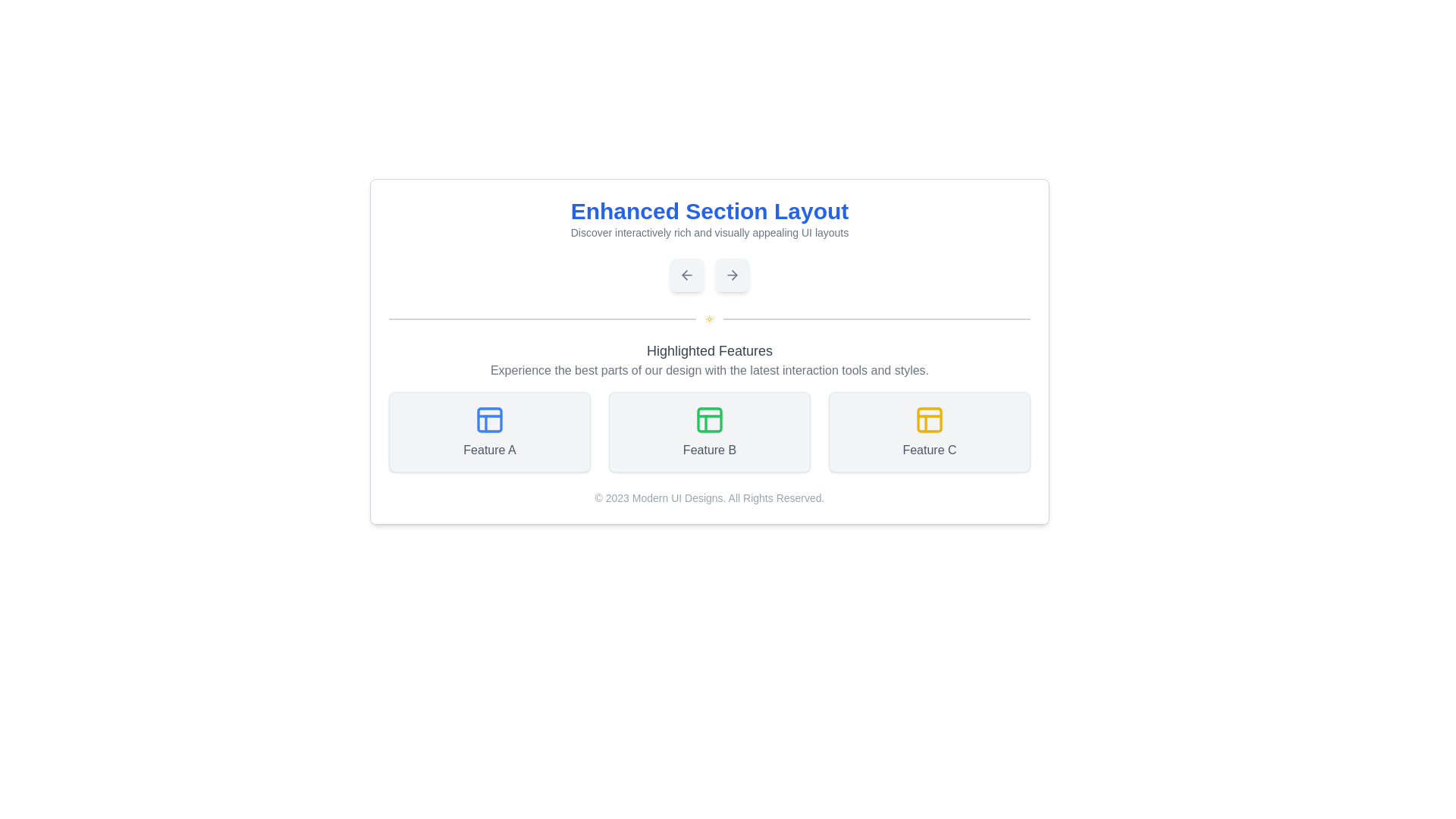  What do you see at coordinates (686, 275) in the screenshot?
I see `the navigation control icon embedded in the rounded rectangular button, positioned near the center of the interface` at bounding box center [686, 275].